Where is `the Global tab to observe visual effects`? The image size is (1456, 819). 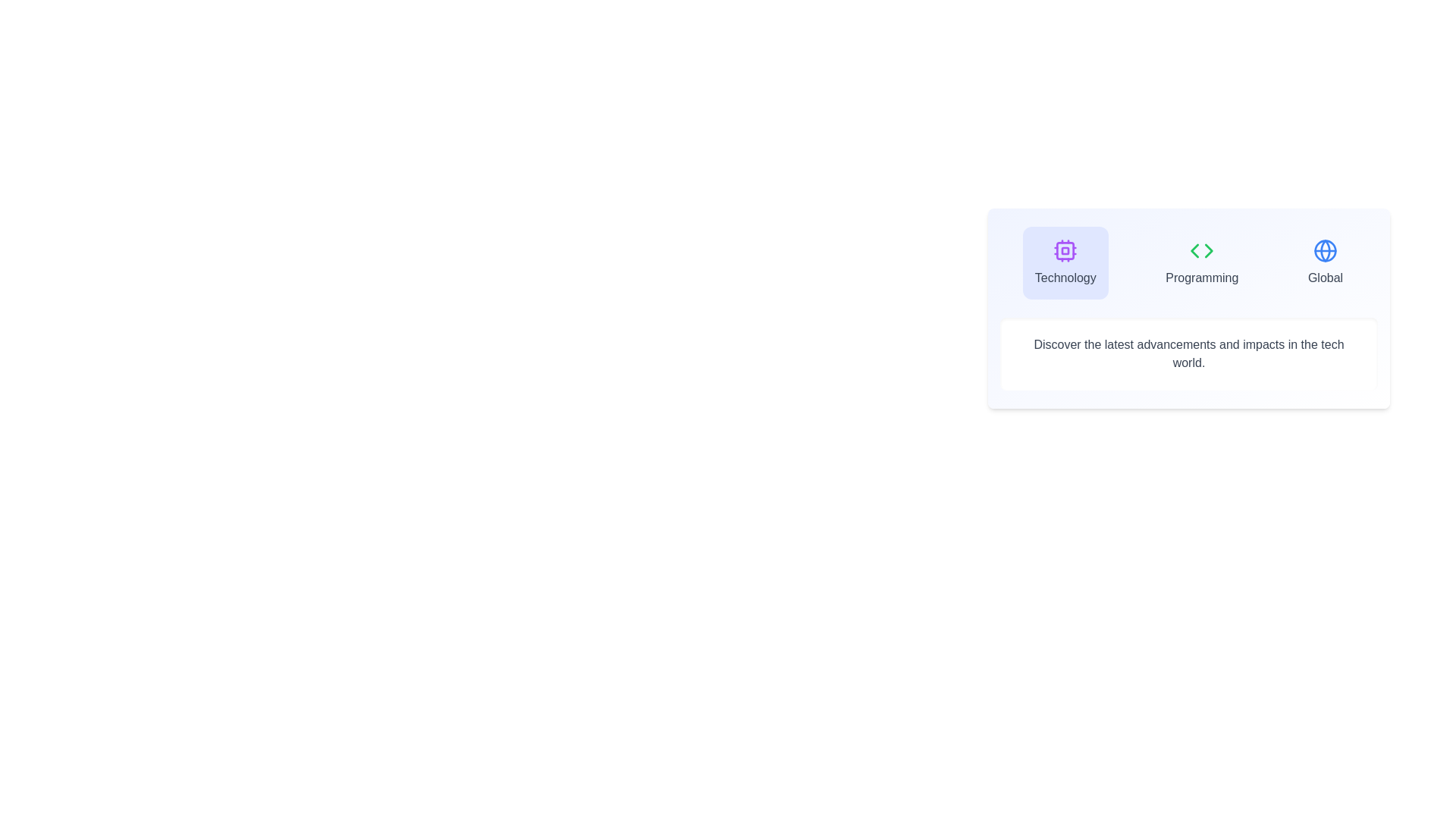 the Global tab to observe visual effects is located at coordinates (1324, 262).